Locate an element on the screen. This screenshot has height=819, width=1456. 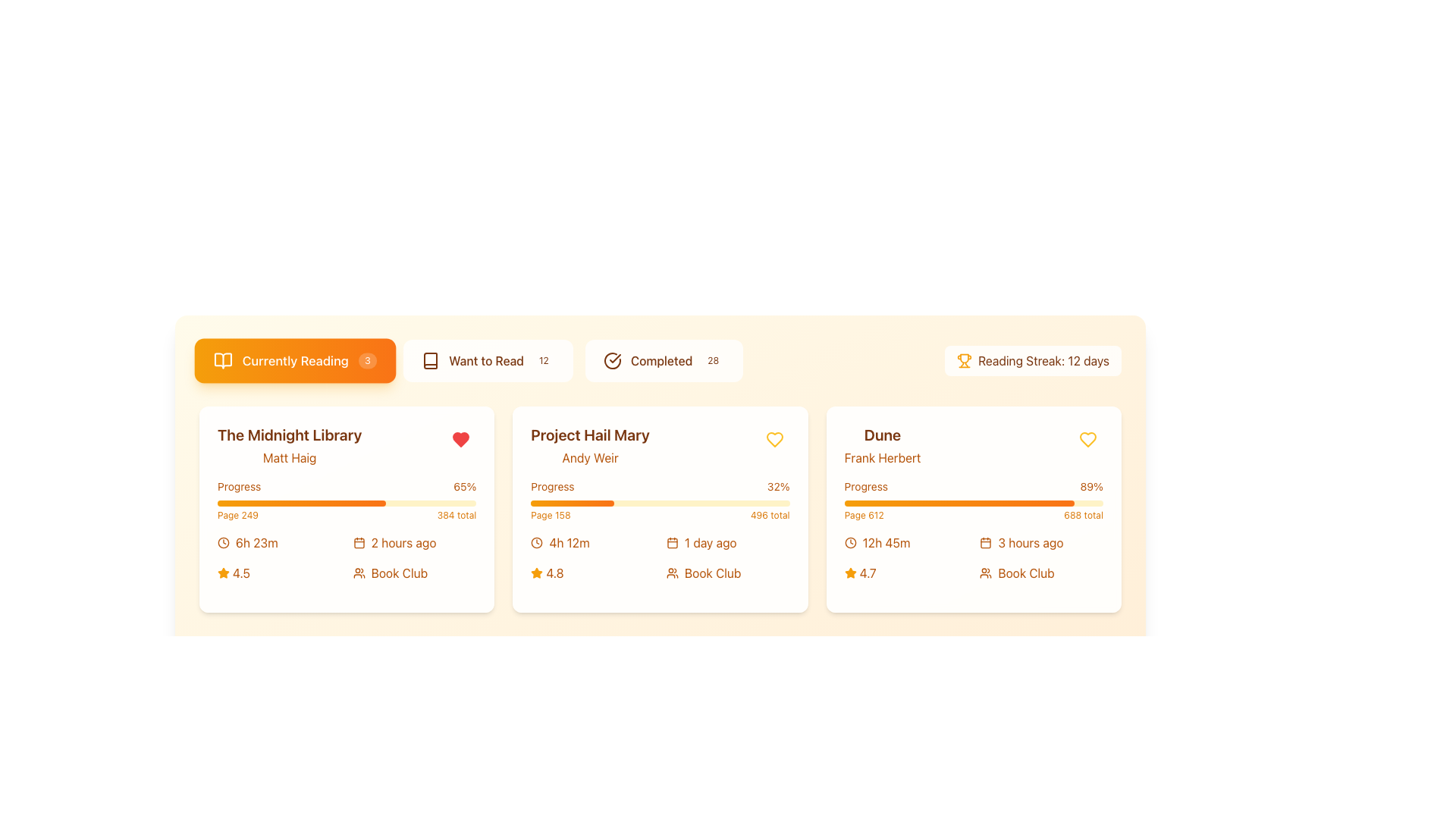
the small rectangular calendar icon with a light tone located near the text '3 hours ago' under the 'Dune' book item is located at coordinates (986, 542).